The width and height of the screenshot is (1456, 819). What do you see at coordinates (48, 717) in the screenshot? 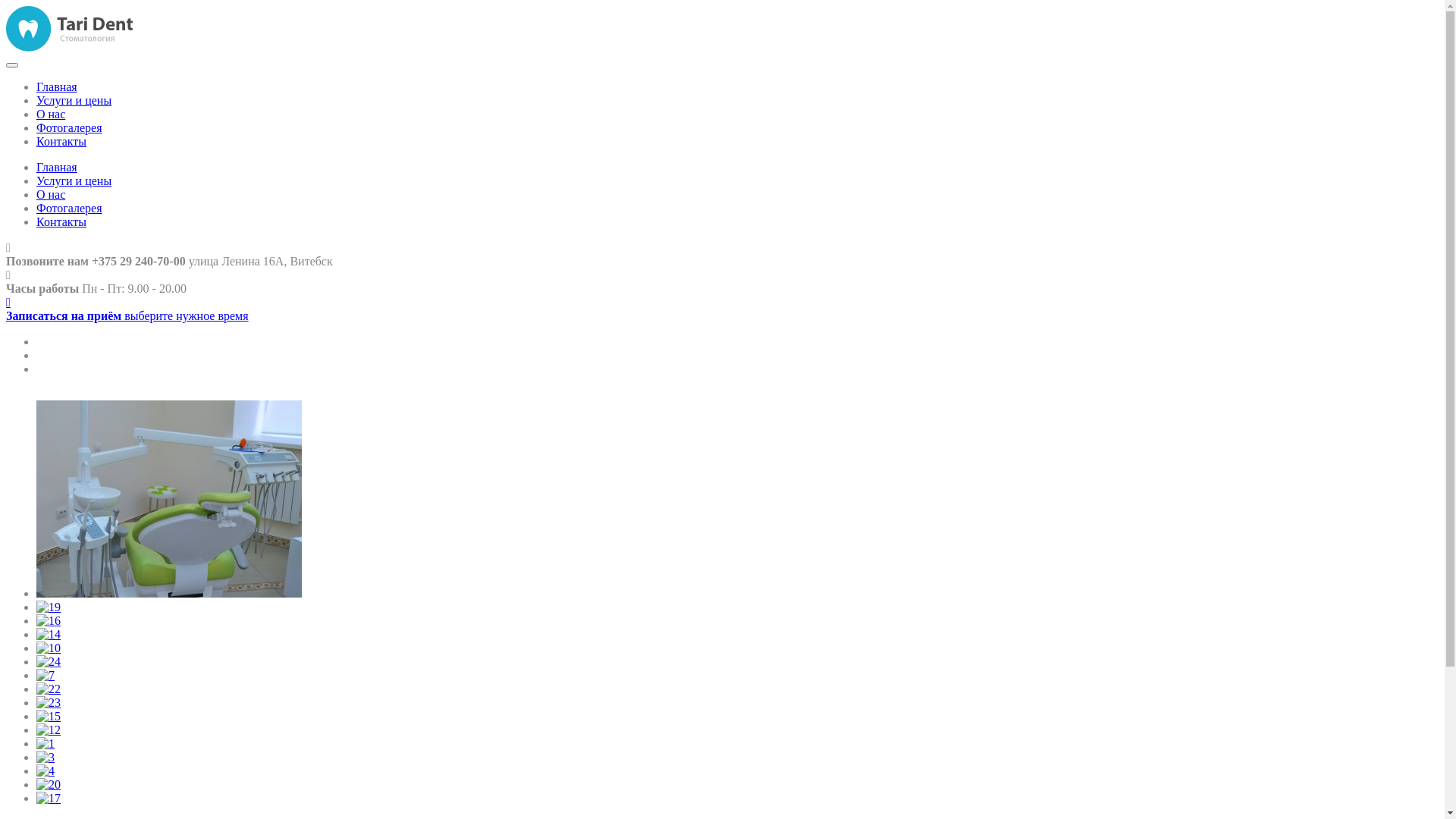
I see `'15'` at bounding box center [48, 717].